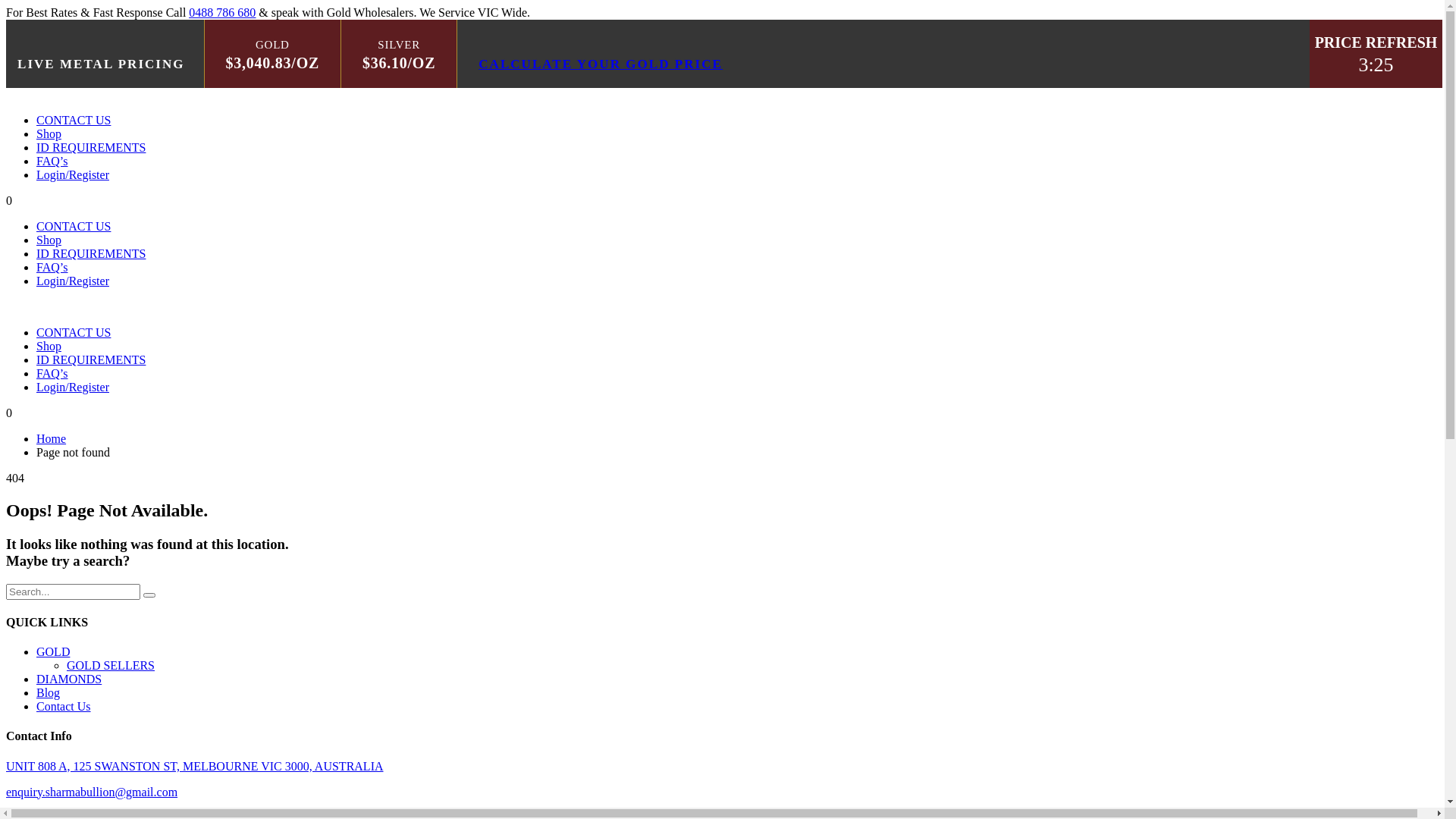 This screenshot has width=1456, height=819. Describe the element at coordinates (90, 147) in the screenshot. I see `'ID REQUIREMENTS'` at that location.